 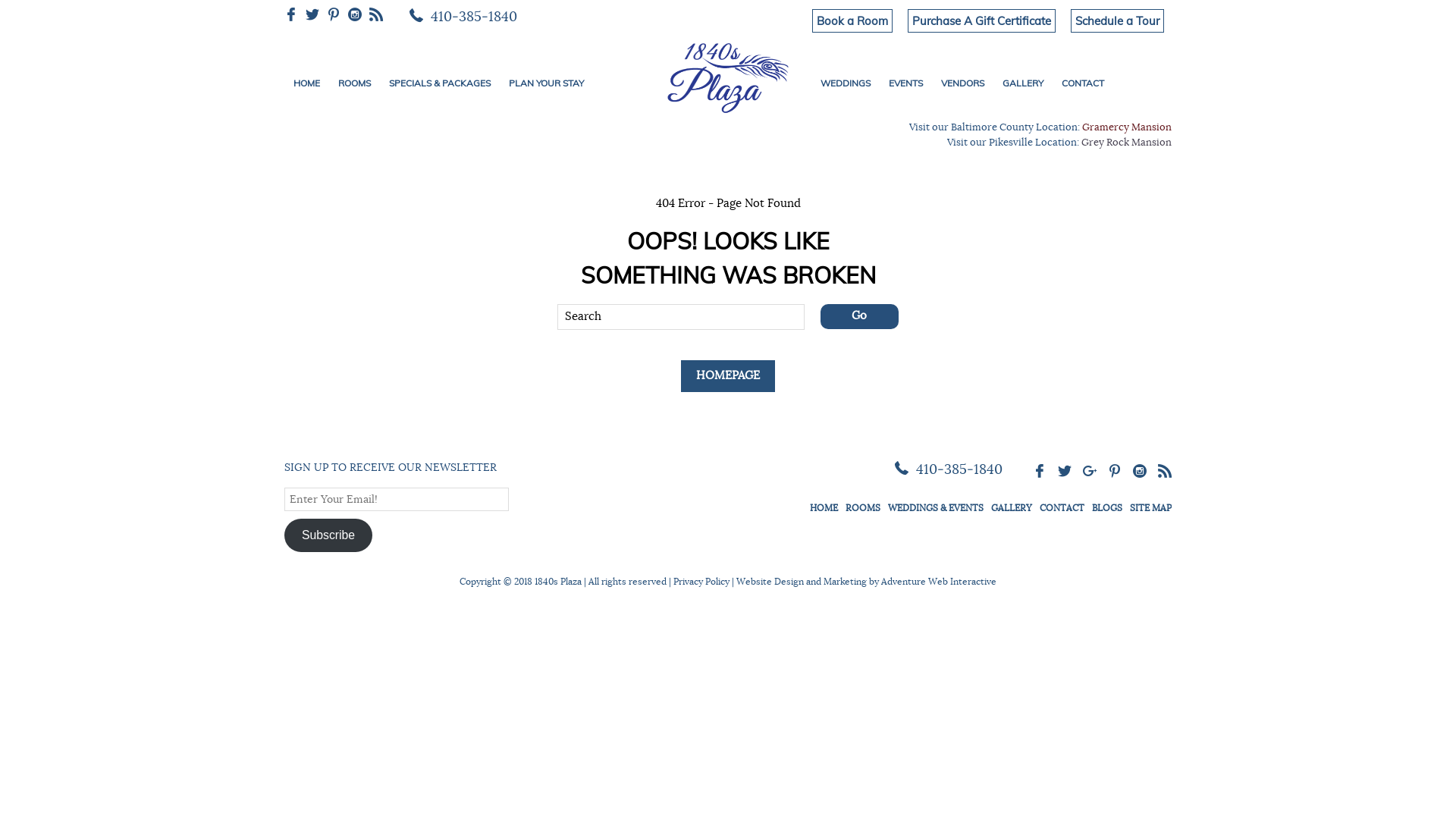 I want to click on 'WEDDINGS', so click(x=844, y=83).